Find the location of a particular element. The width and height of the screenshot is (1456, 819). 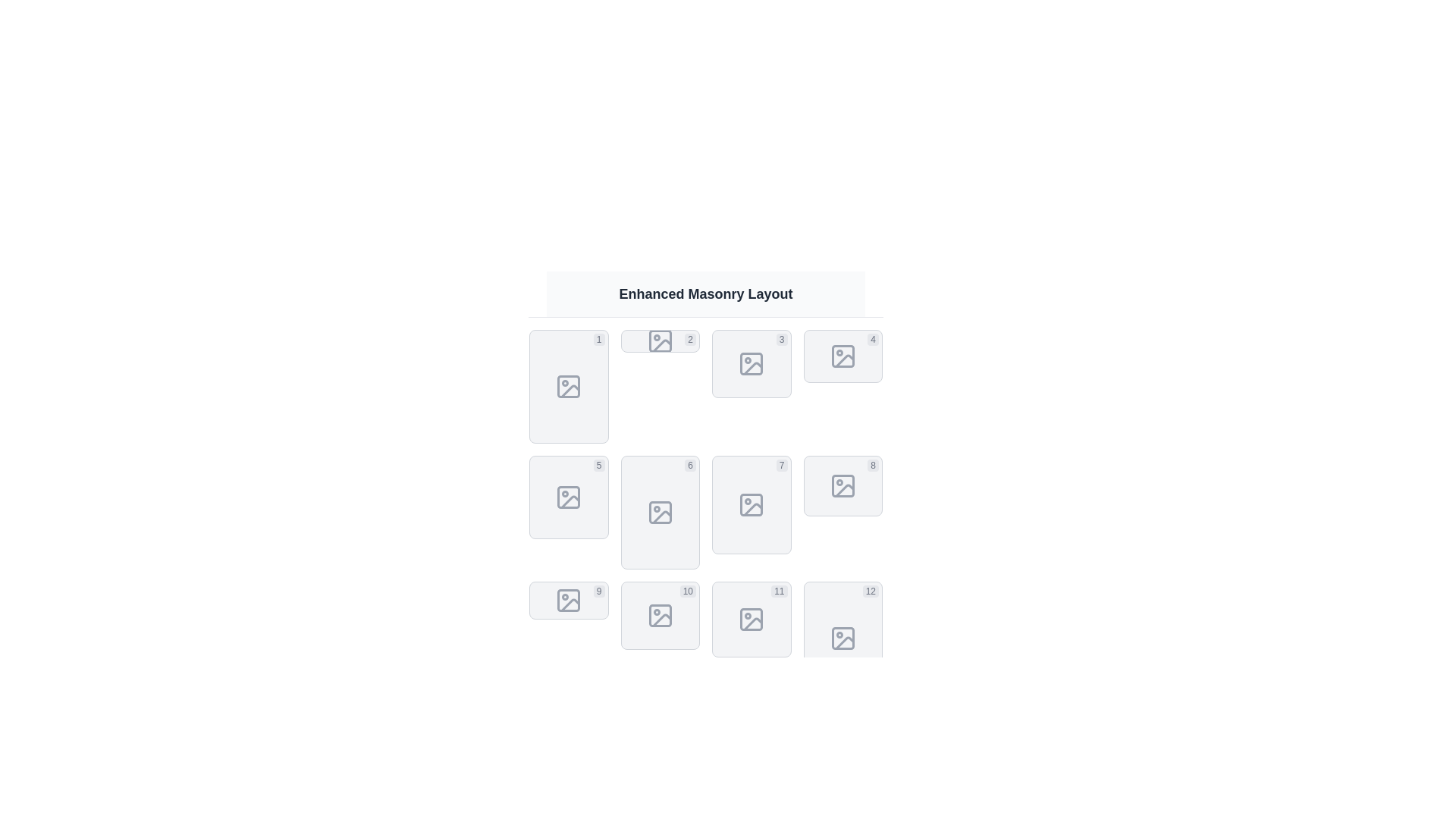

the largest square element within the SVG icon located in the 8th card of the masonry layout, specifically in the second row's fourth column is located at coordinates (842, 485).